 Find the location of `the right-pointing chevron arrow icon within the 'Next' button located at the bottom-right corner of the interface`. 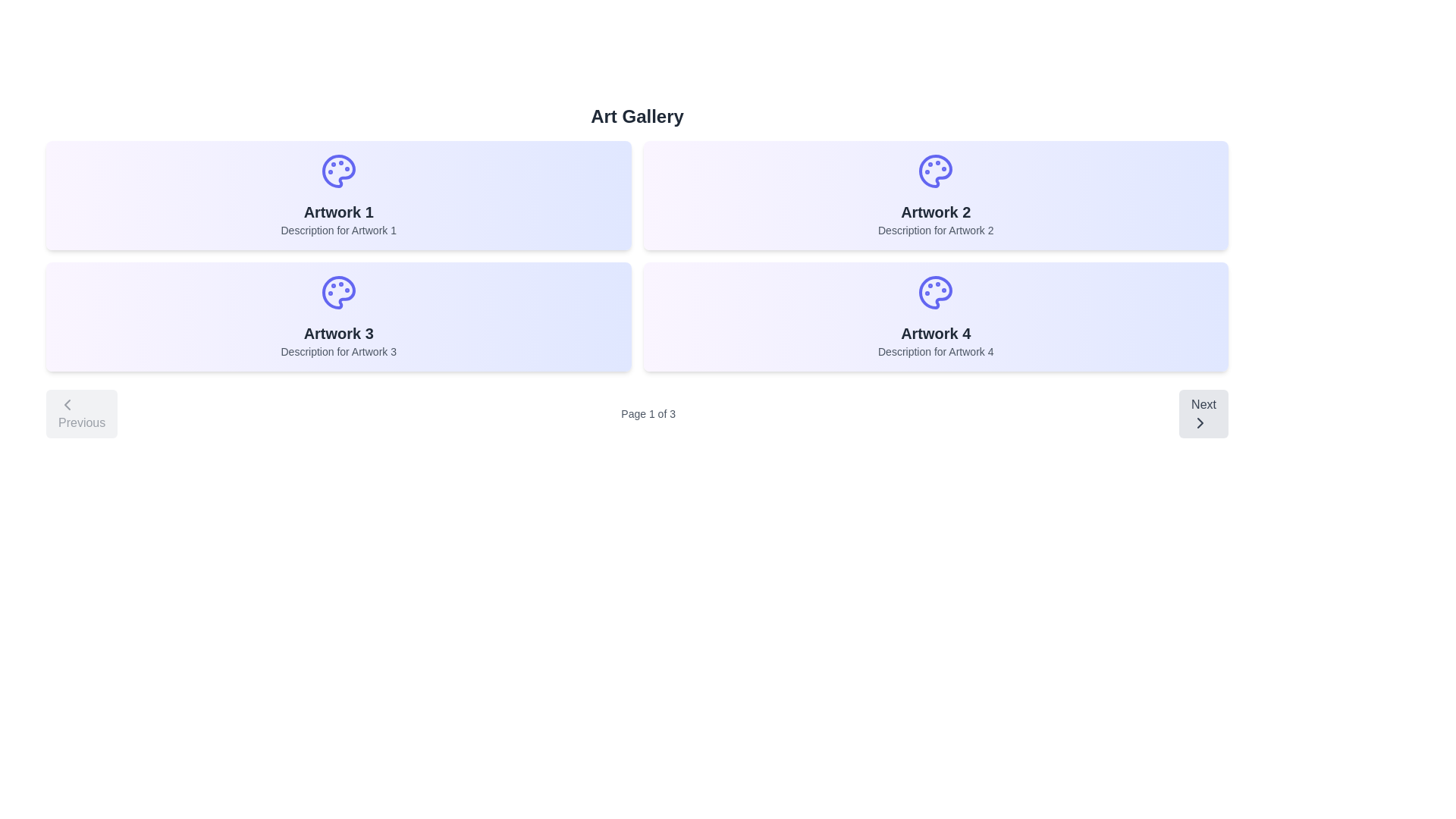

the right-pointing chevron arrow icon within the 'Next' button located at the bottom-right corner of the interface is located at coordinates (1200, 423).